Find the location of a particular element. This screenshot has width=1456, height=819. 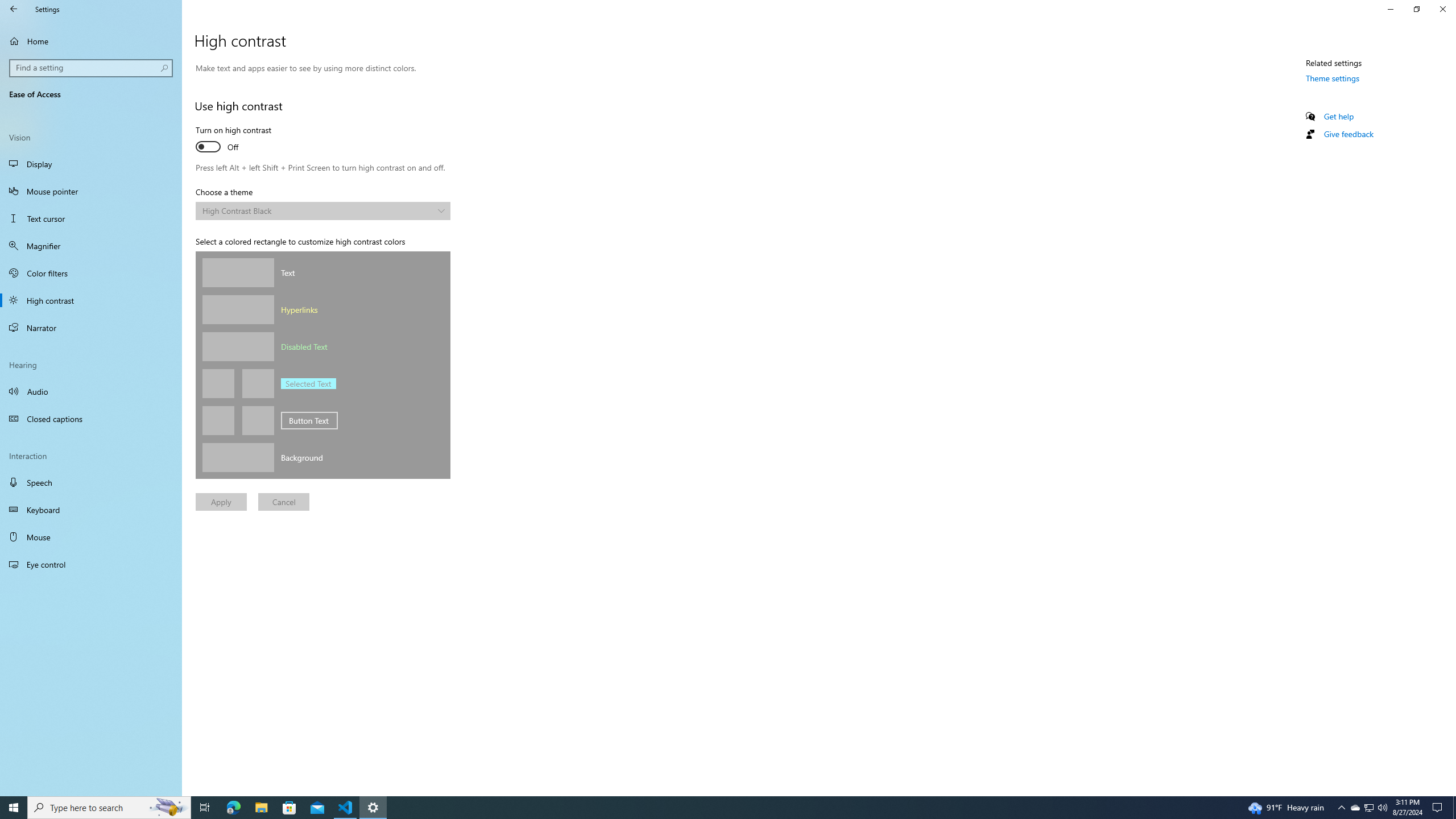

'Notification Chevron' is located at coordinates (1342, 806).